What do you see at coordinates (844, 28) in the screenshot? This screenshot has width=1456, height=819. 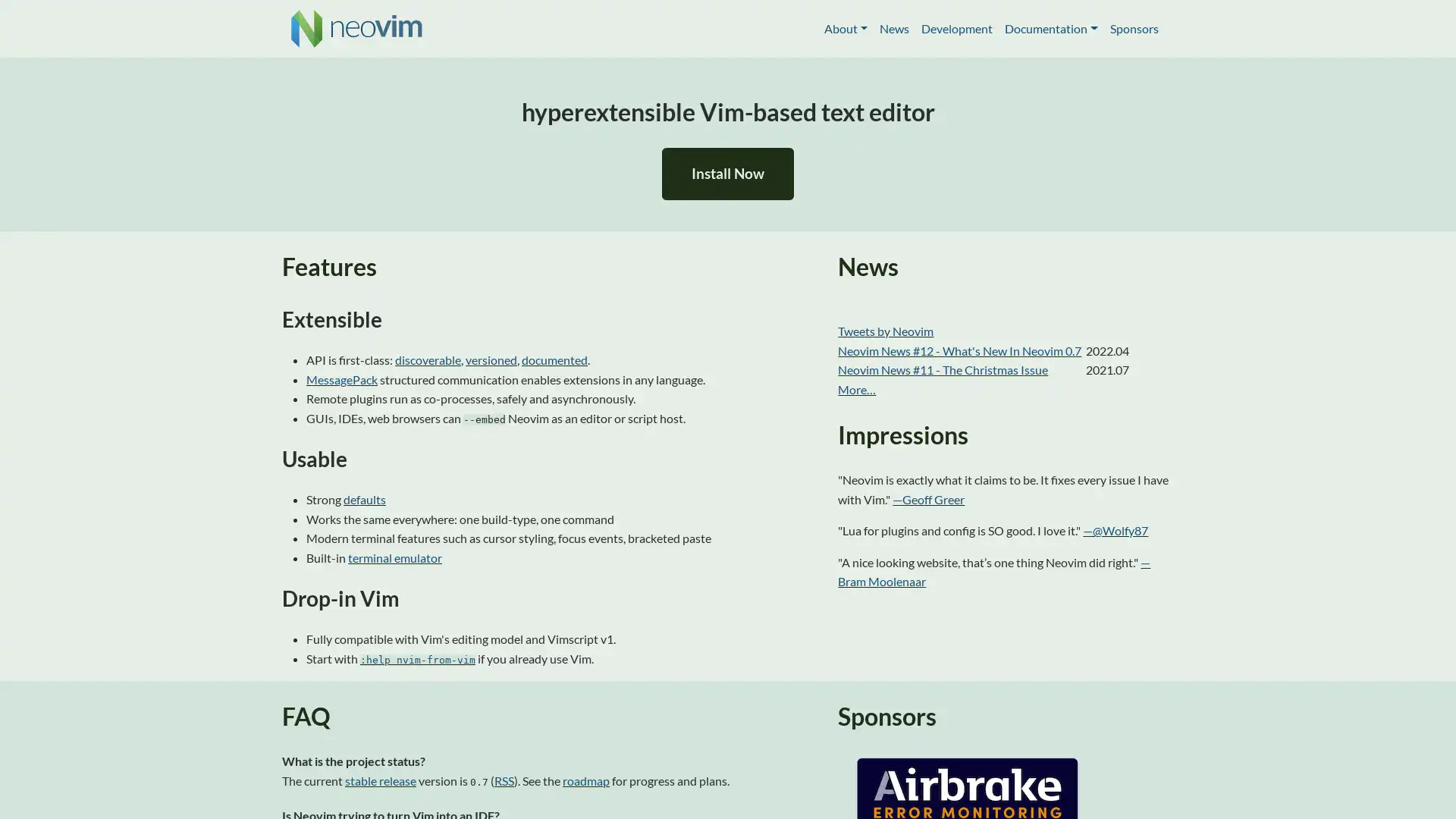 I see `About` at bounding box center [844, 28].